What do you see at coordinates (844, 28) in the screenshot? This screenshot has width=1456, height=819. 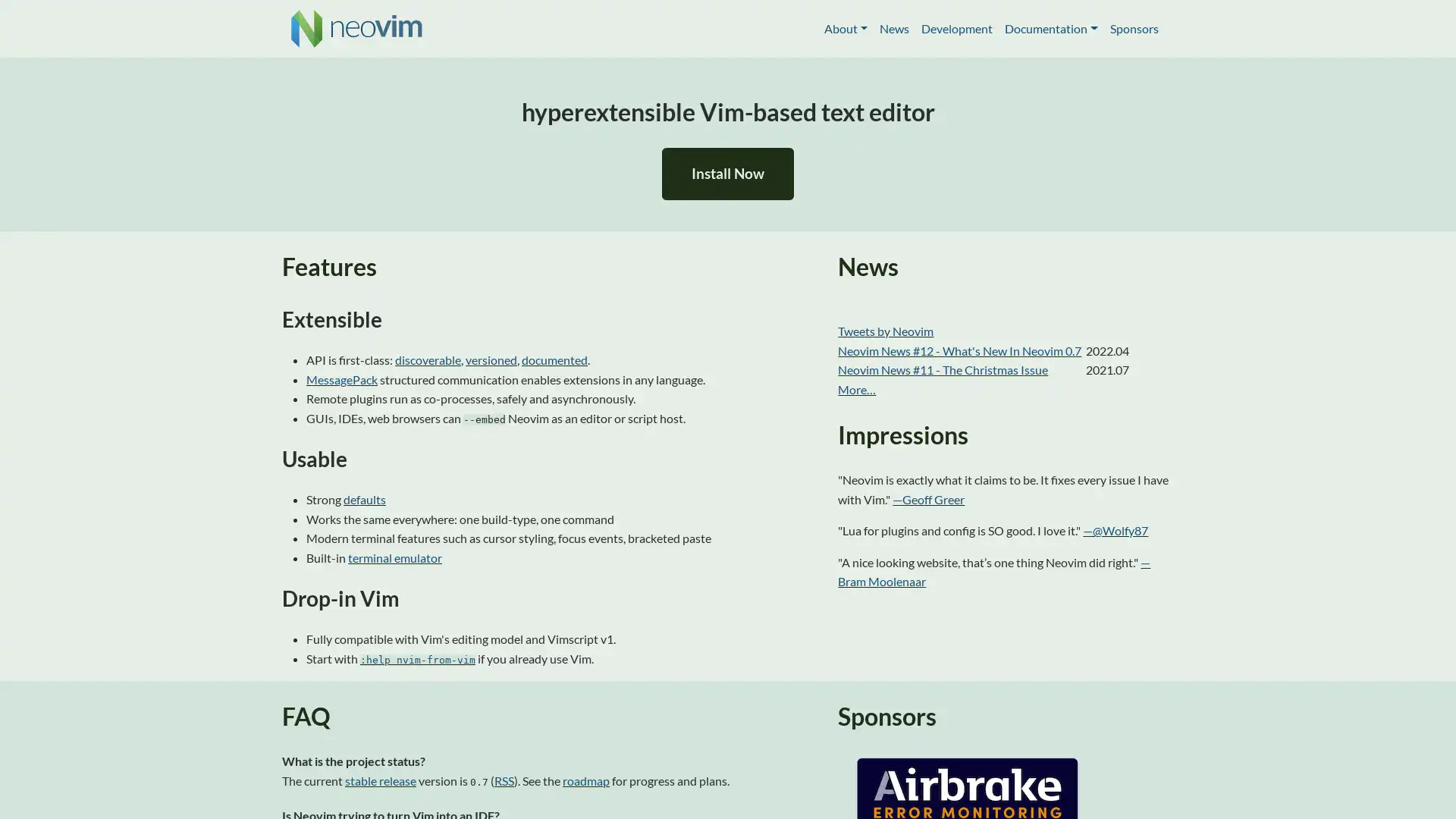 I see `About` at bounding box center [844, 28].